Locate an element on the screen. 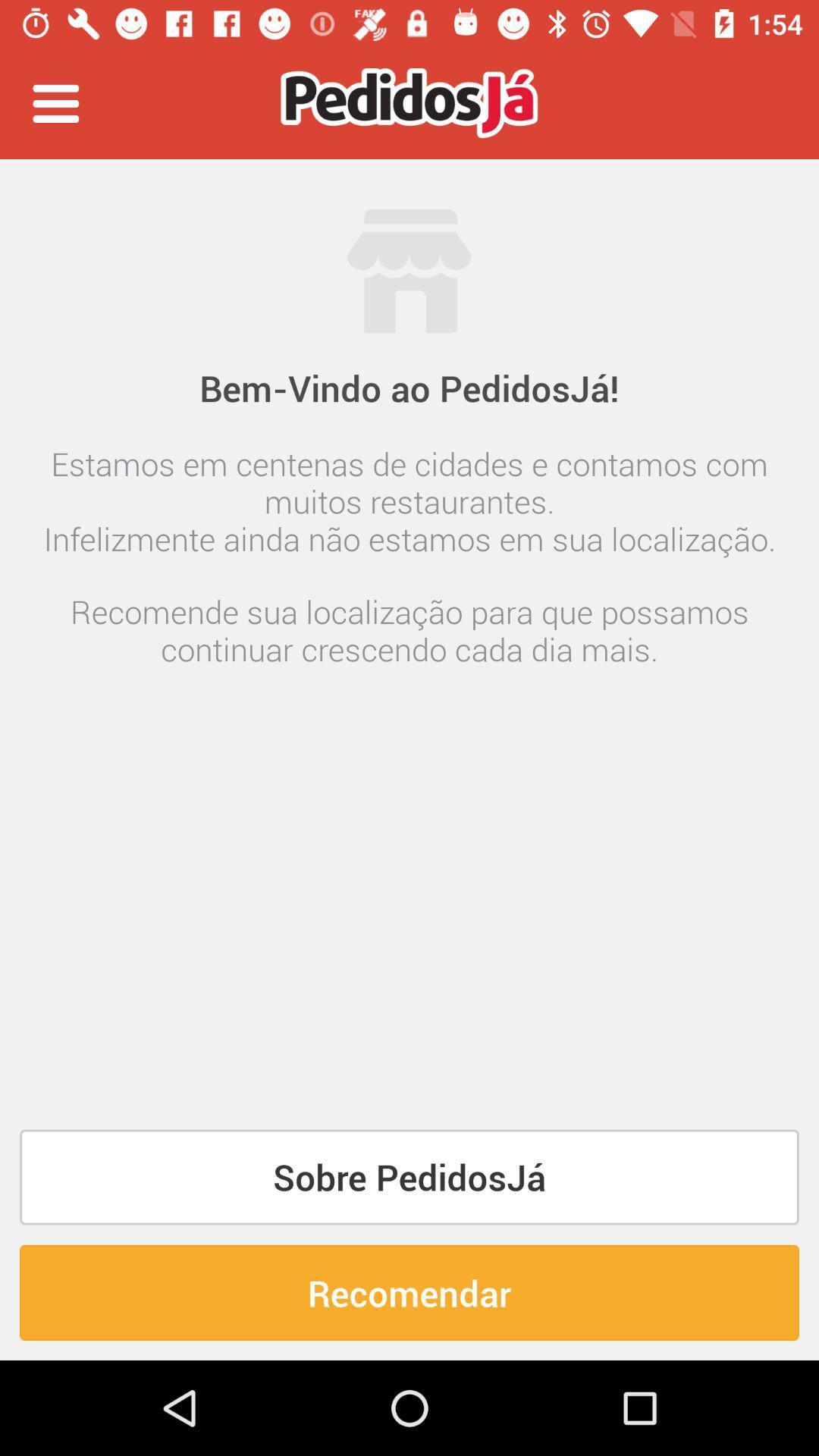  item above bem vindo ao is located at coordinates (55, 102).